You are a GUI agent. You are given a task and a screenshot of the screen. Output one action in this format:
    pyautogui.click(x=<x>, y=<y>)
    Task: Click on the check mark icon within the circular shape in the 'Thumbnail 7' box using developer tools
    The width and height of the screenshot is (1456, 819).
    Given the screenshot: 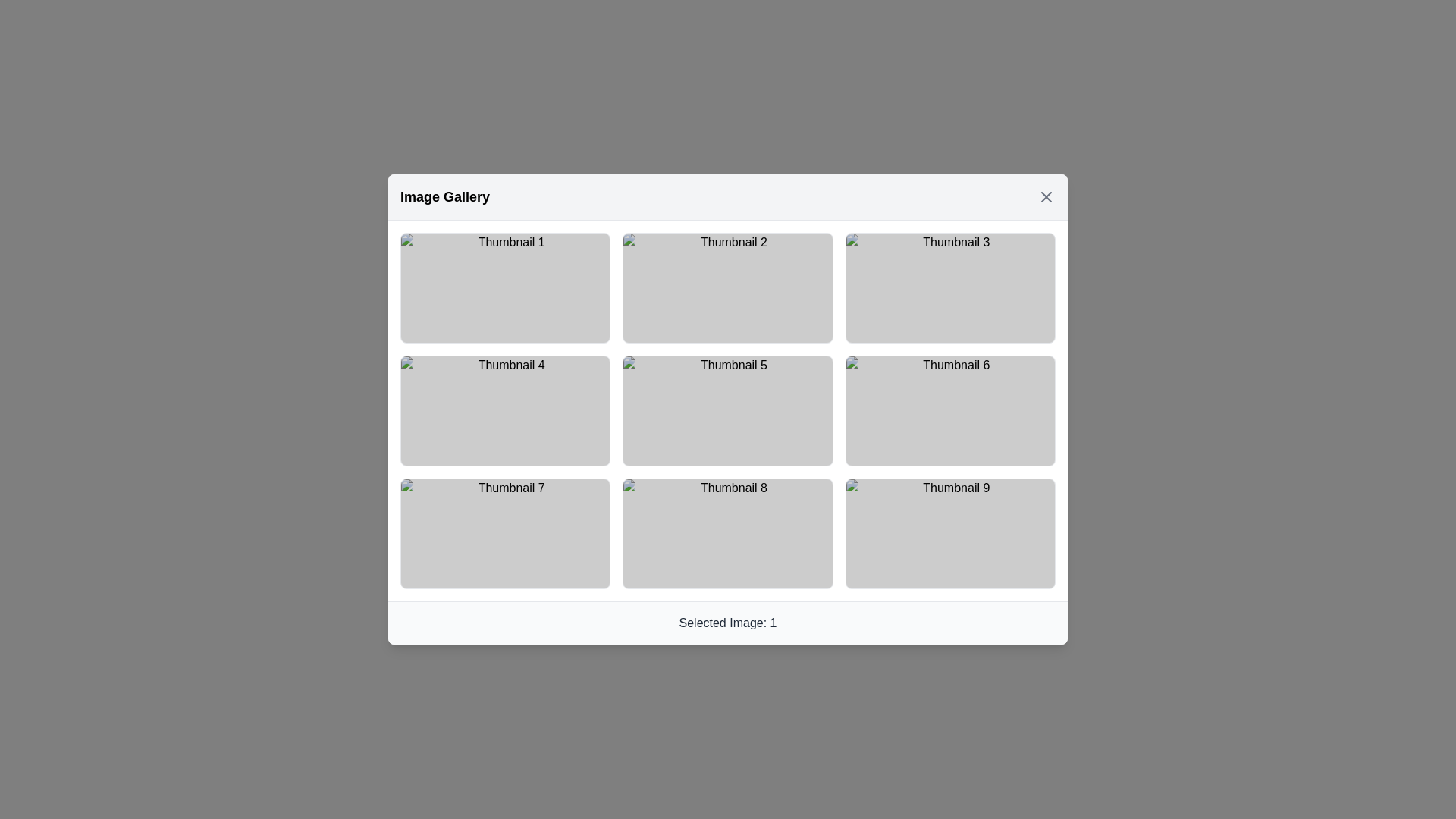 What is the action you would take?
    pyautogui.click(x=509, y=529)
    